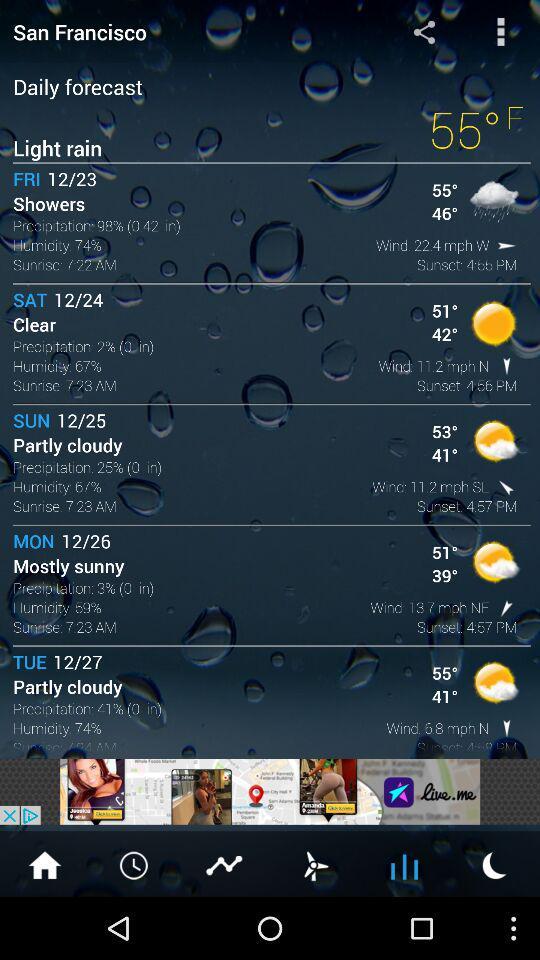 The height and width of the screenshot is (960, 540). Describe the element at coordinates (423, 33) in the screenshot. I see `the share icon` at that location.